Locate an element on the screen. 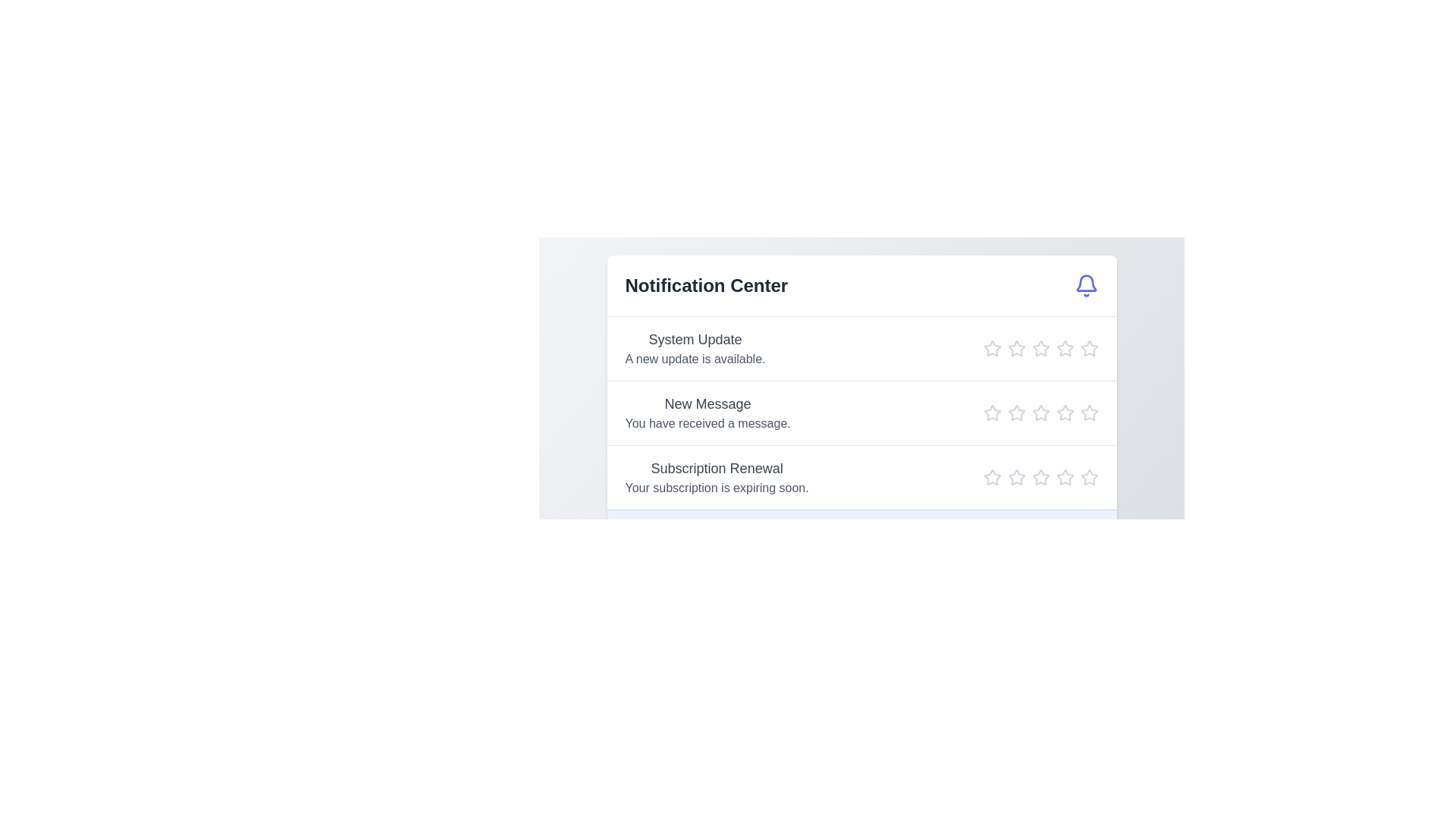  the star icon to set the rating to 3 for the notification titled 'New Message' is located at coordinates (1040, 413).